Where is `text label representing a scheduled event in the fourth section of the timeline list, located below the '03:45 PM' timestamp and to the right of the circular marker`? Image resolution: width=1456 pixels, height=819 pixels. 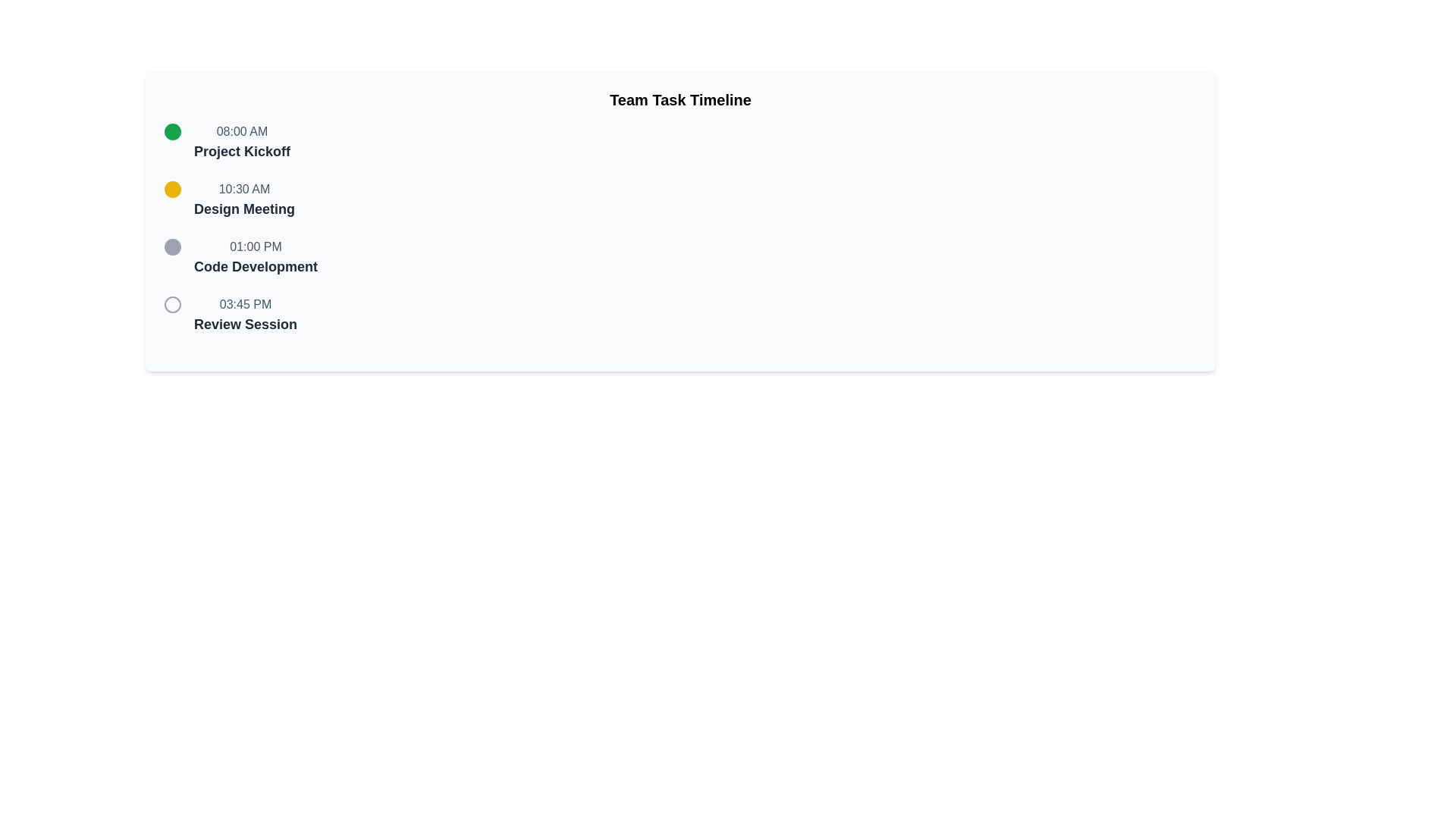
text label representing a scheduled event in the fourth section of the timeline list, located below the '03:45 PM' timestamp and to the right of the circular marker is located at coordinates (246, 324).